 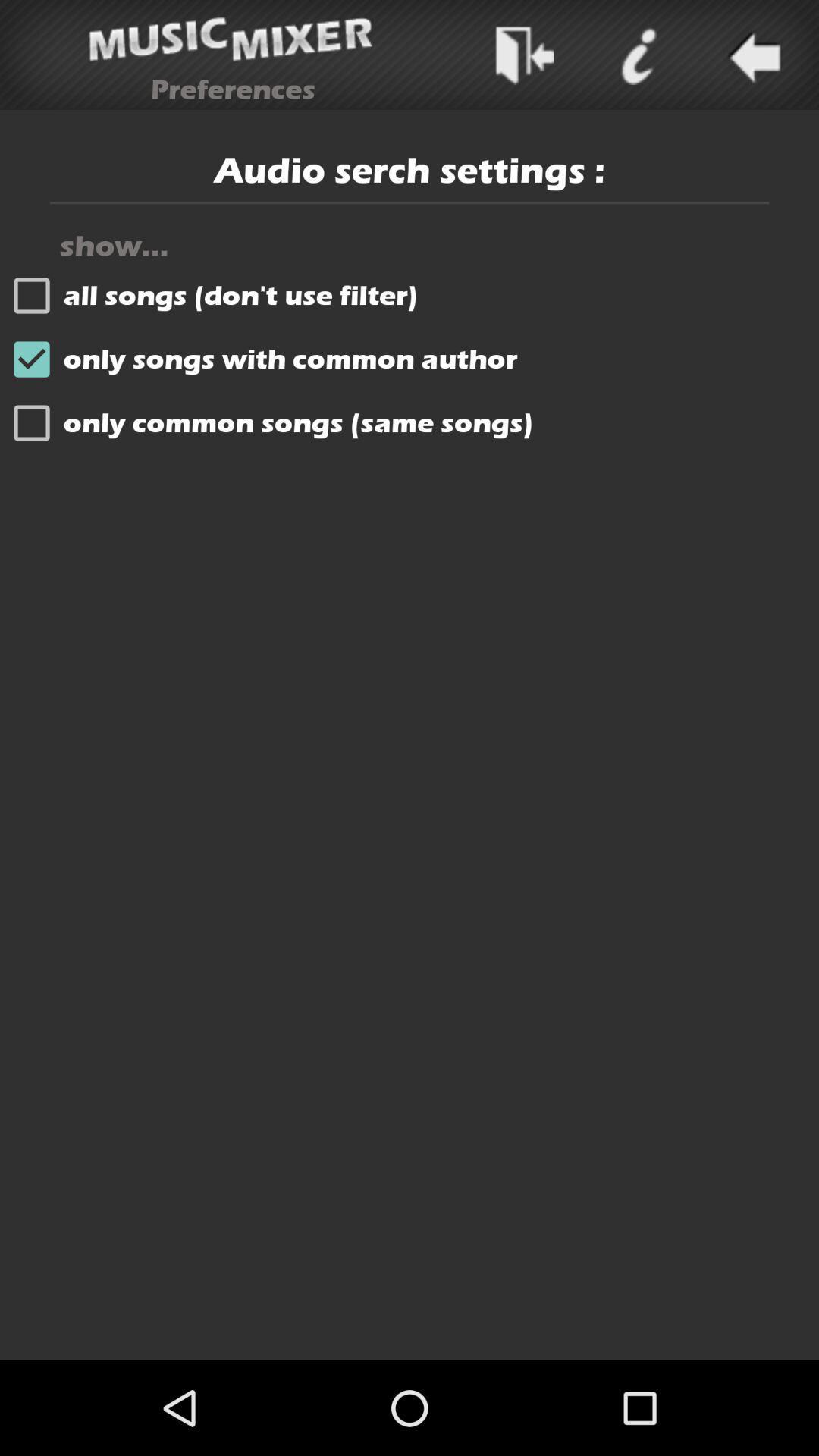 I want to click on menu page, so click(x=638, y=55).